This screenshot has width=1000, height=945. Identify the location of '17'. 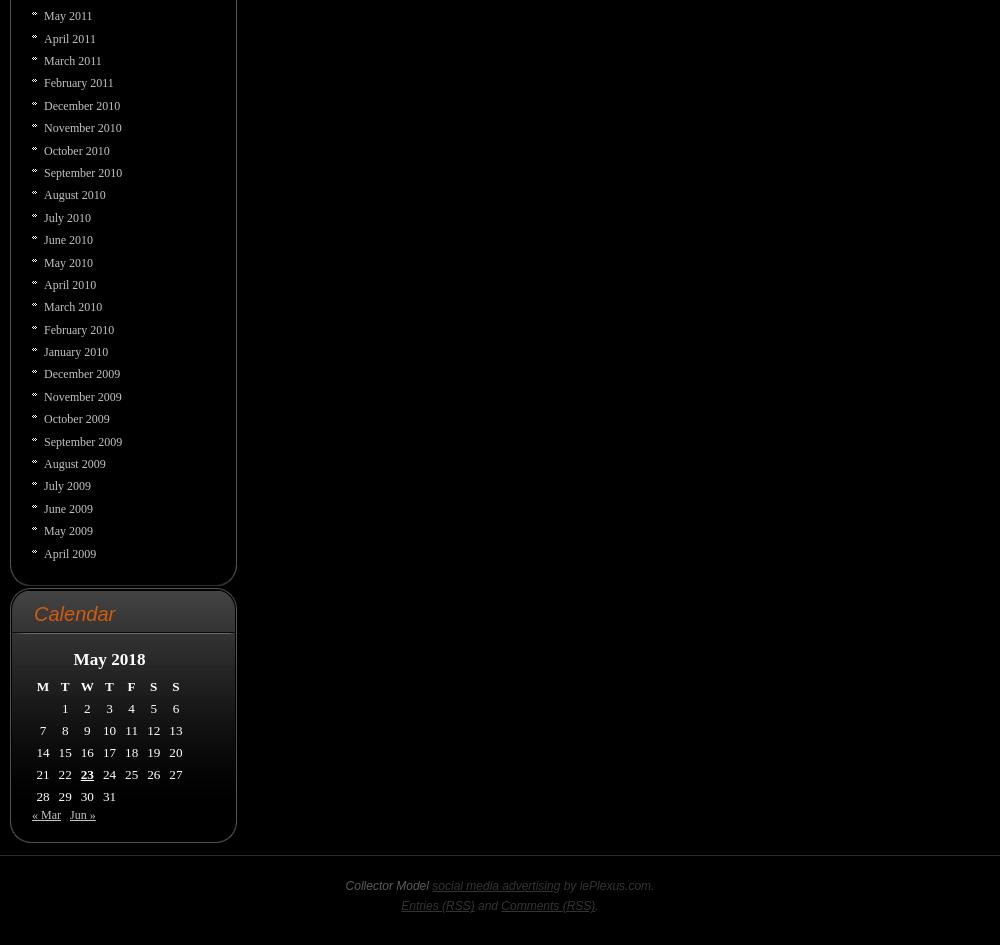
(101, 750).